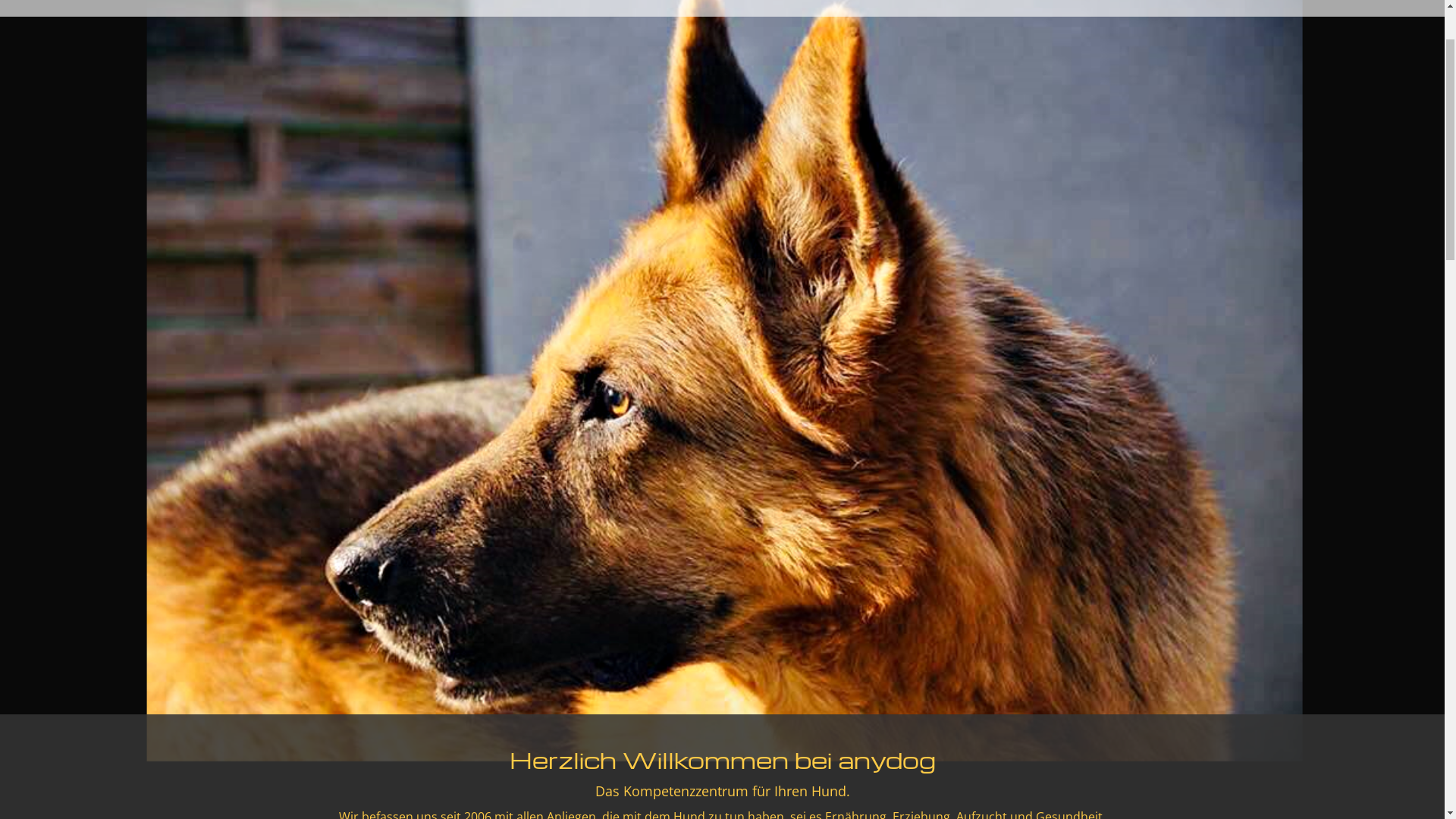 This screenshot has width=1456, height=819. Describe the element at coordinates (356, 32) in the screenshot. I see `'Hundehotel'` at that location.